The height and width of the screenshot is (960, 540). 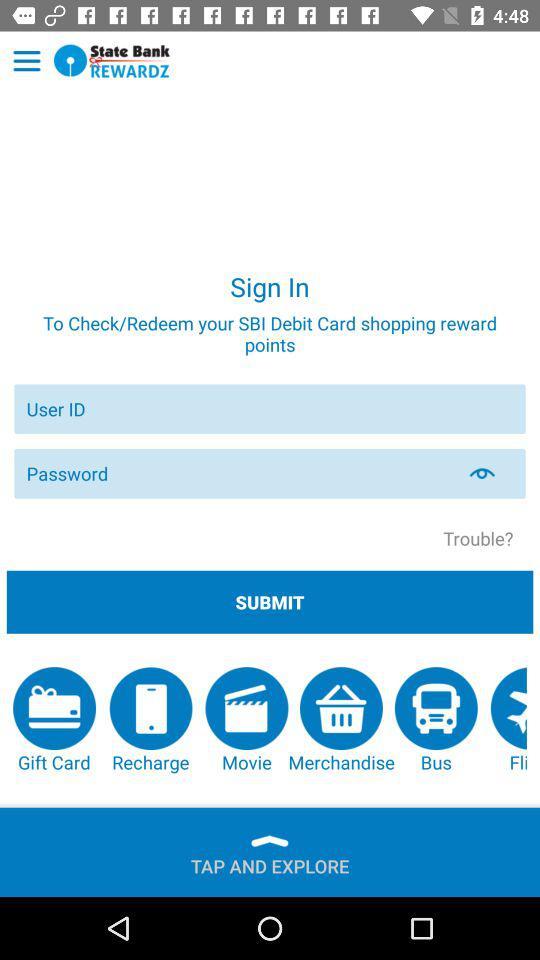 I want to click on use id, so click(x=270, y=408).